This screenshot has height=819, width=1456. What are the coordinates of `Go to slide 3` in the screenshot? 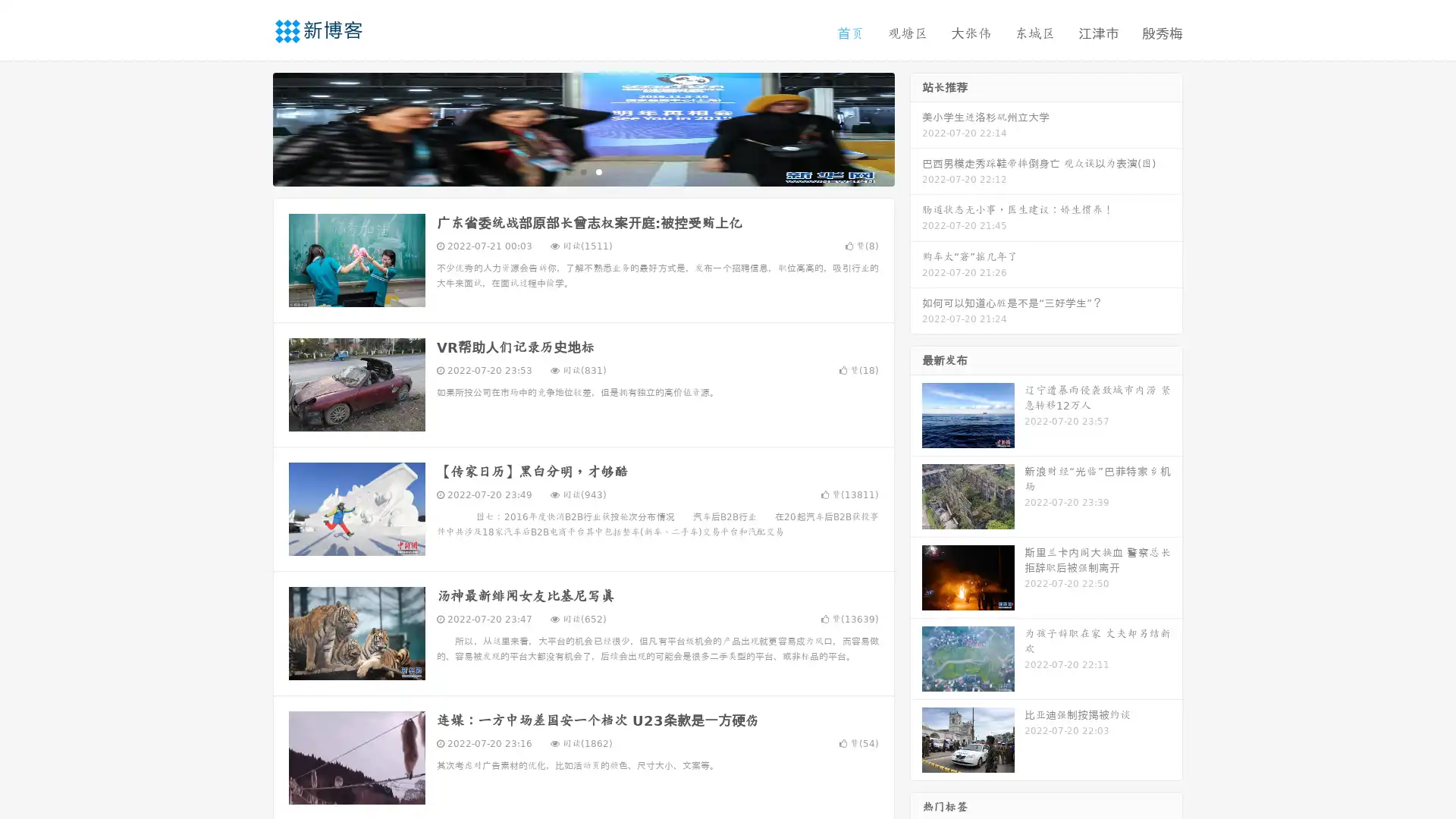 It's located at (598, 171).